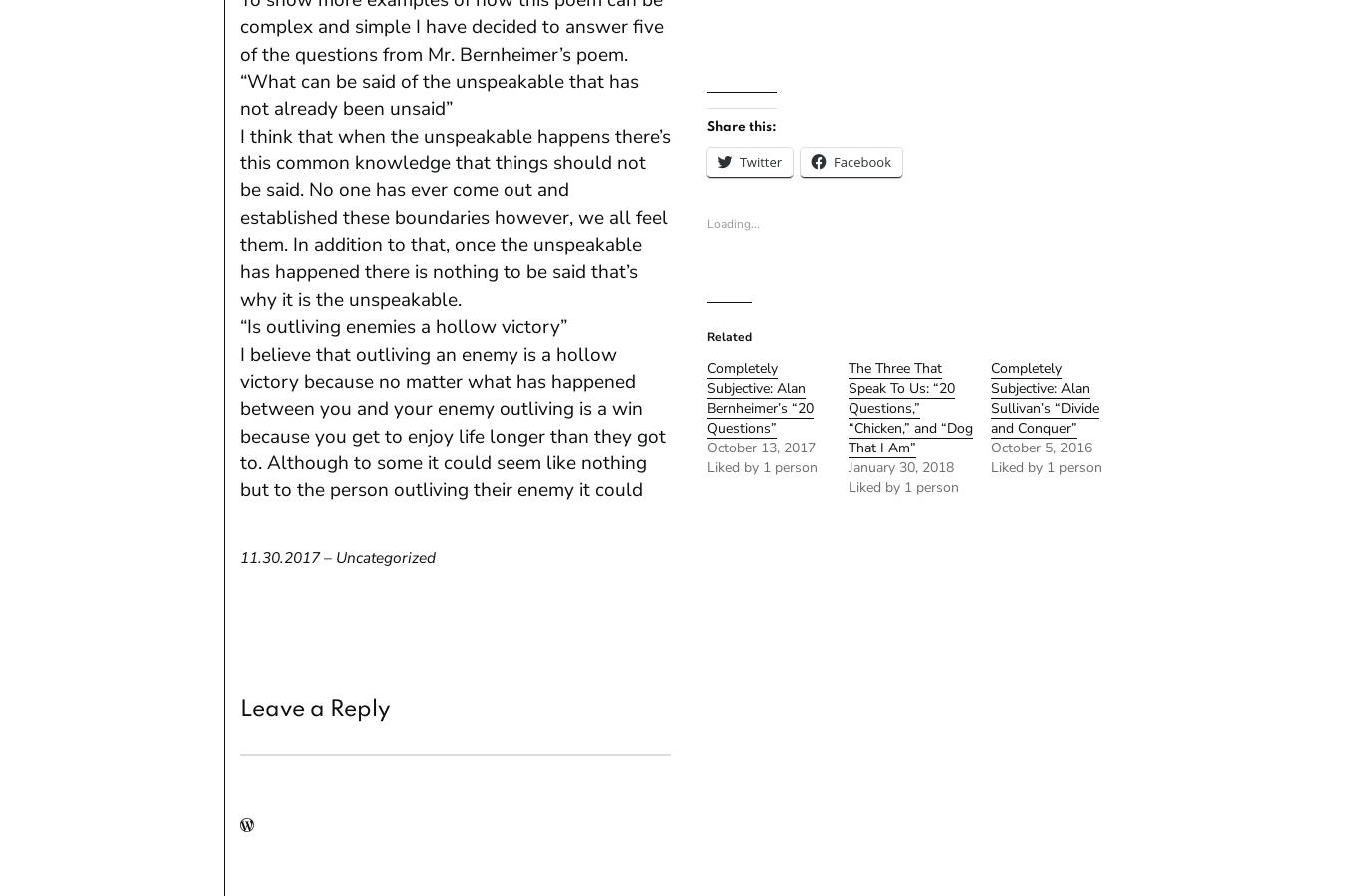  I want to click on 'Twitter', so click(760, 160).